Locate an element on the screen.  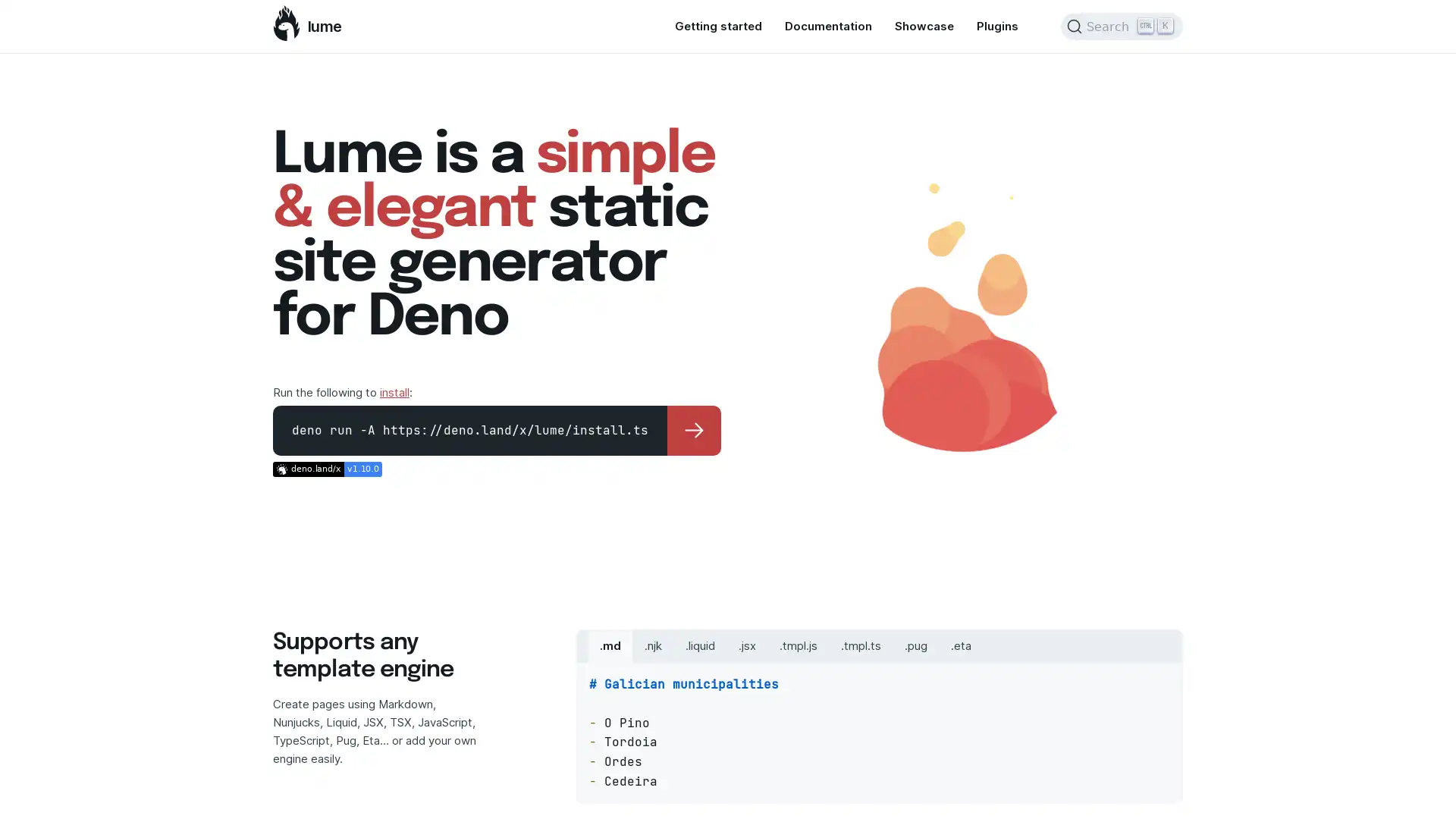
Search is located at coordinates (1122, 26).